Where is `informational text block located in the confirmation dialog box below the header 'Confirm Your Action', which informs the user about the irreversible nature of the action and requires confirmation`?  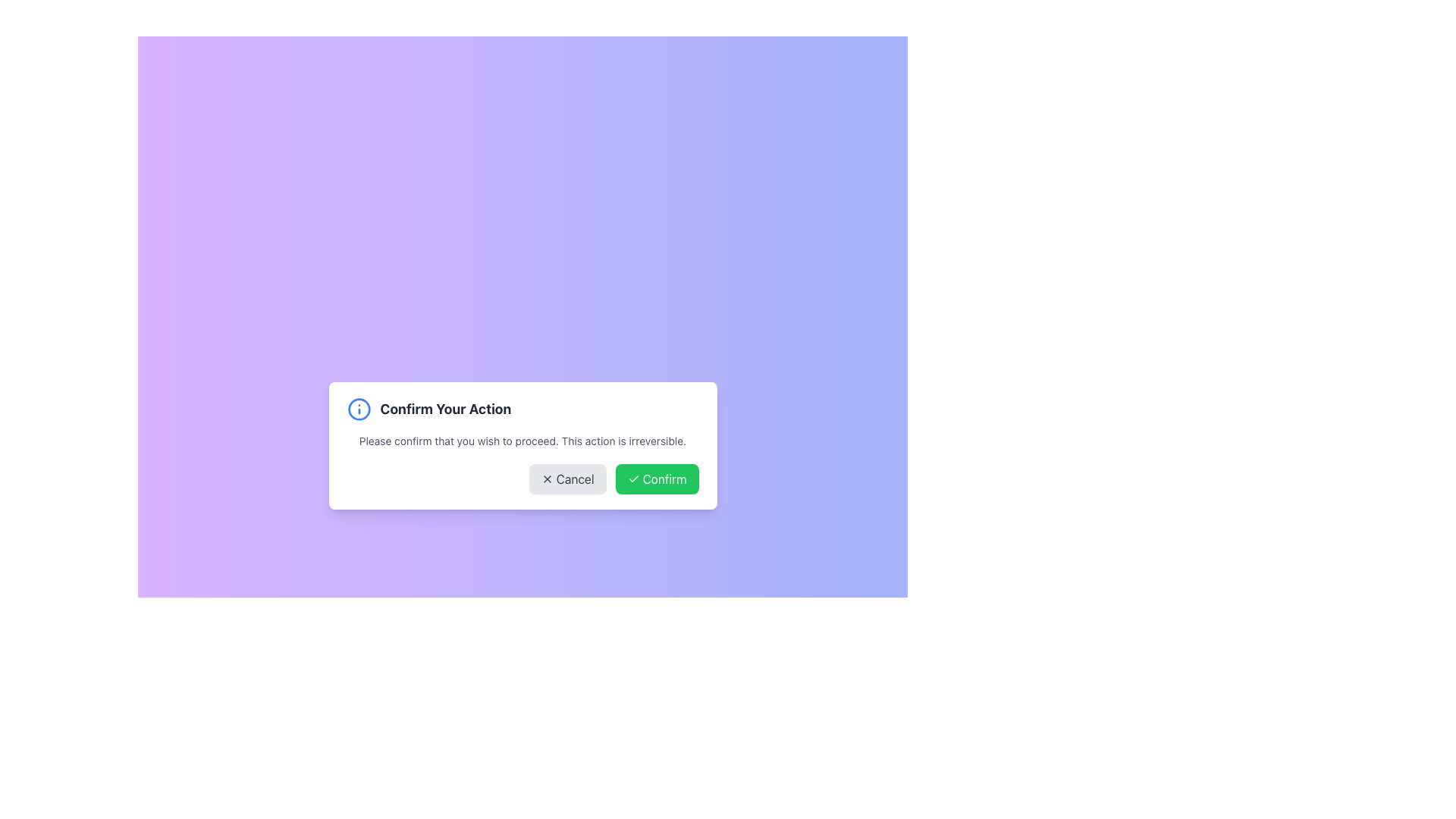
informational text block located in the confirmation dialog box below the header 'Confirm Your Action', which informs the user about the irreversible nature of the action and requires confirmation is located at coordinates (522, 441).